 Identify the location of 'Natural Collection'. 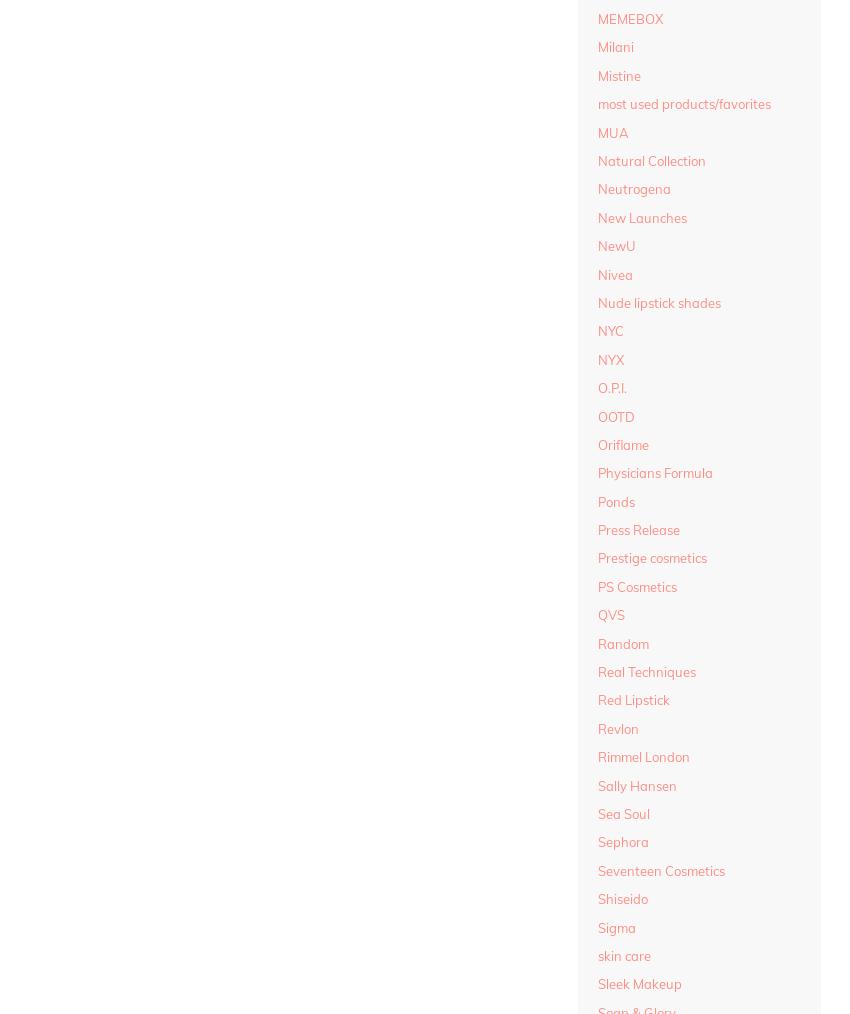
(652, 161).